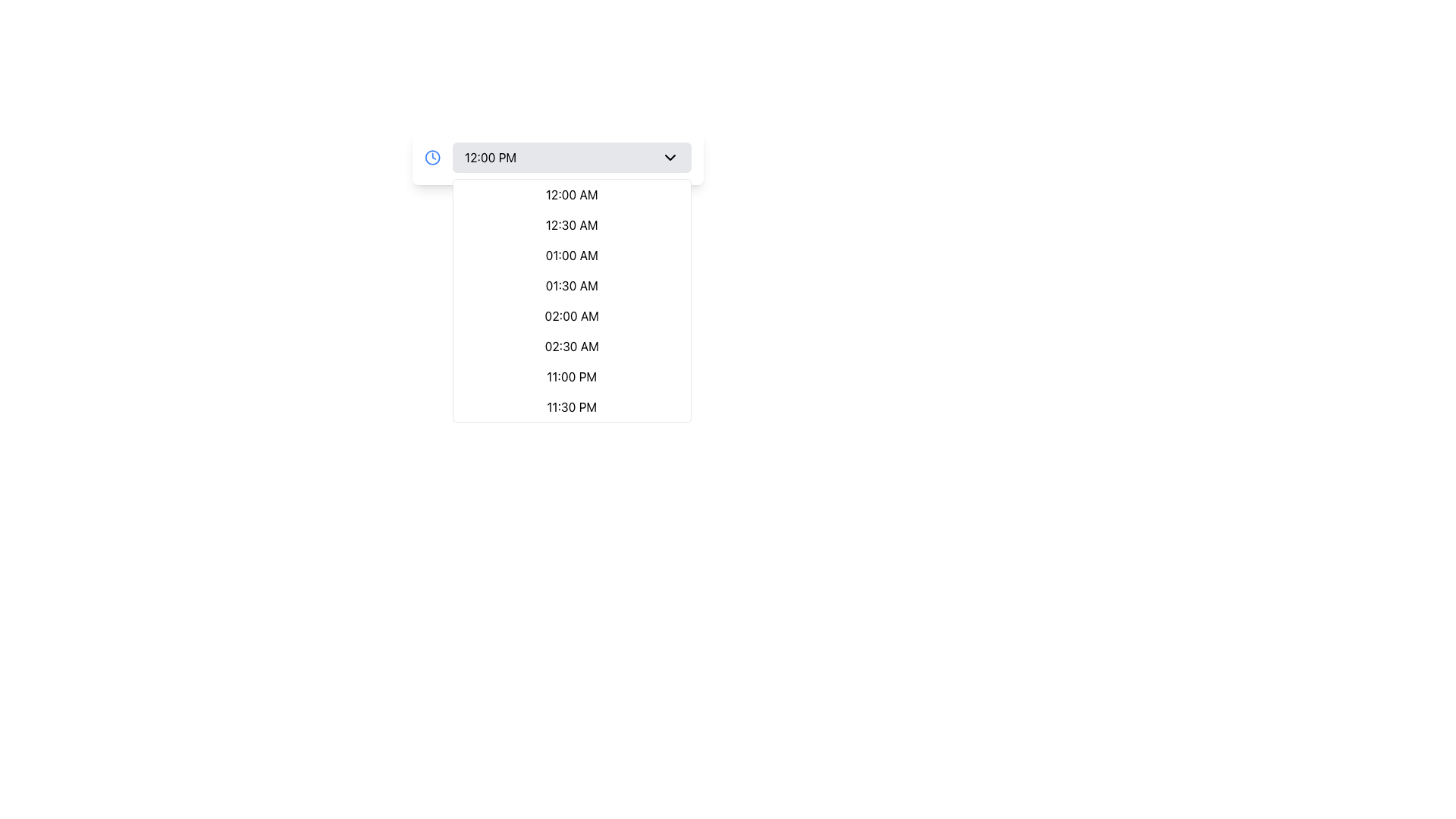 The image size is (1456, 819). What do you see at coordinates (571, 286) in the screenshot?
I see `the fourth option in the dropdown menu` at bounding box center [571, 286].